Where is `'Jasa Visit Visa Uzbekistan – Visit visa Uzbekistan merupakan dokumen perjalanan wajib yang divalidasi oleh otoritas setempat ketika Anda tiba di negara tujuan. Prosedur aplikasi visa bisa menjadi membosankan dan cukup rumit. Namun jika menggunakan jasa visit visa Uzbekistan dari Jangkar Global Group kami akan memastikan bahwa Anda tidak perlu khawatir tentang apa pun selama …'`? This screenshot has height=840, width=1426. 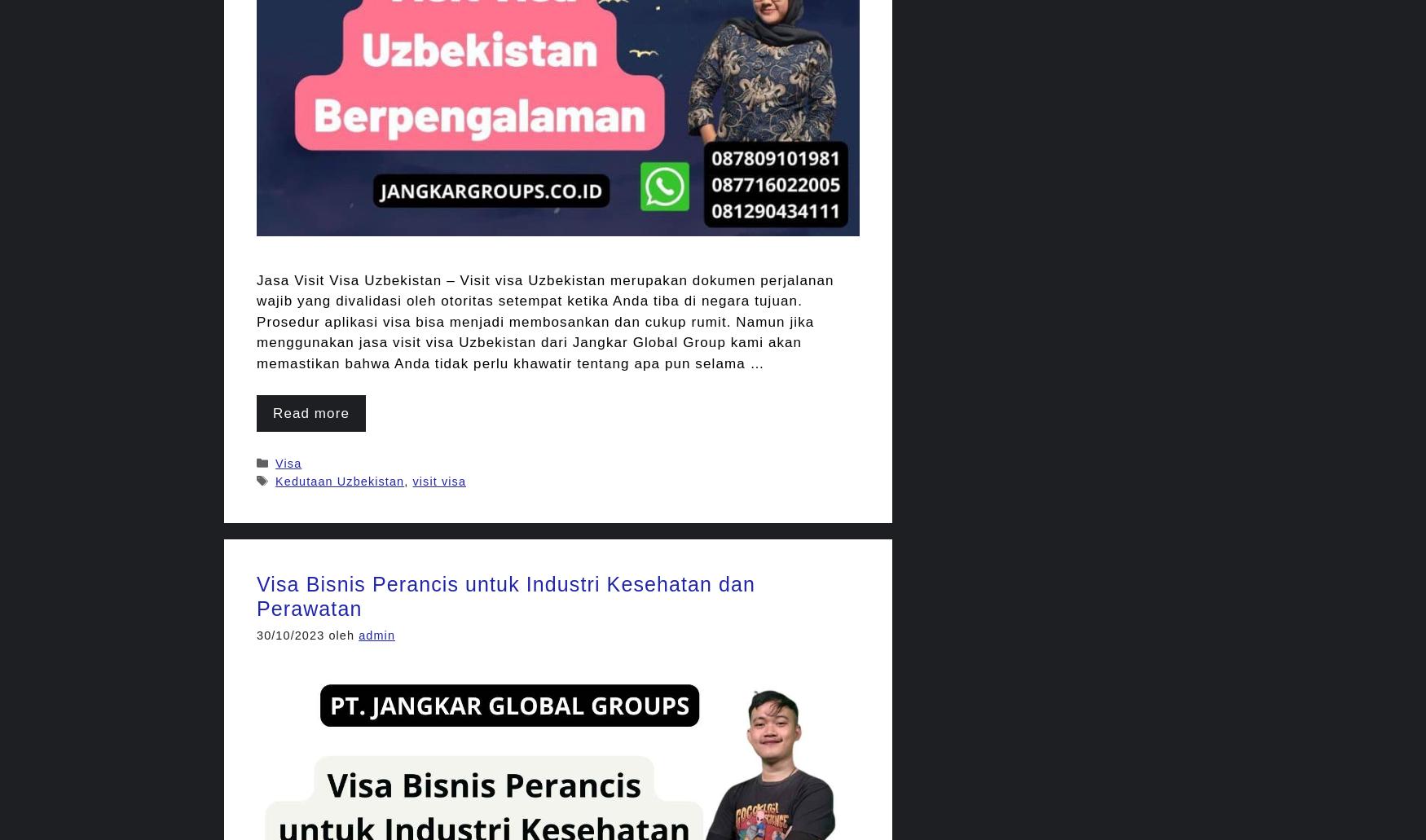
'Jasa Visit Visa Uzbekistan – Visit visa Uzbekistan merupakan dokumen perjalanan wajib yang divalidasi oleh otoritas setempat ketika Anda tiba di negara tujuan. Prosedur aplikasi visa bisa menjadi membosankan dan cukup rumit. Namun jika menggunakan jasa visit visa Uzbekistan dari Jangkar Global Group kami akan memastikan bahwa Anda tidak perlu khawatir tentang apa pun selama …' is located at coordinates (544, 320).